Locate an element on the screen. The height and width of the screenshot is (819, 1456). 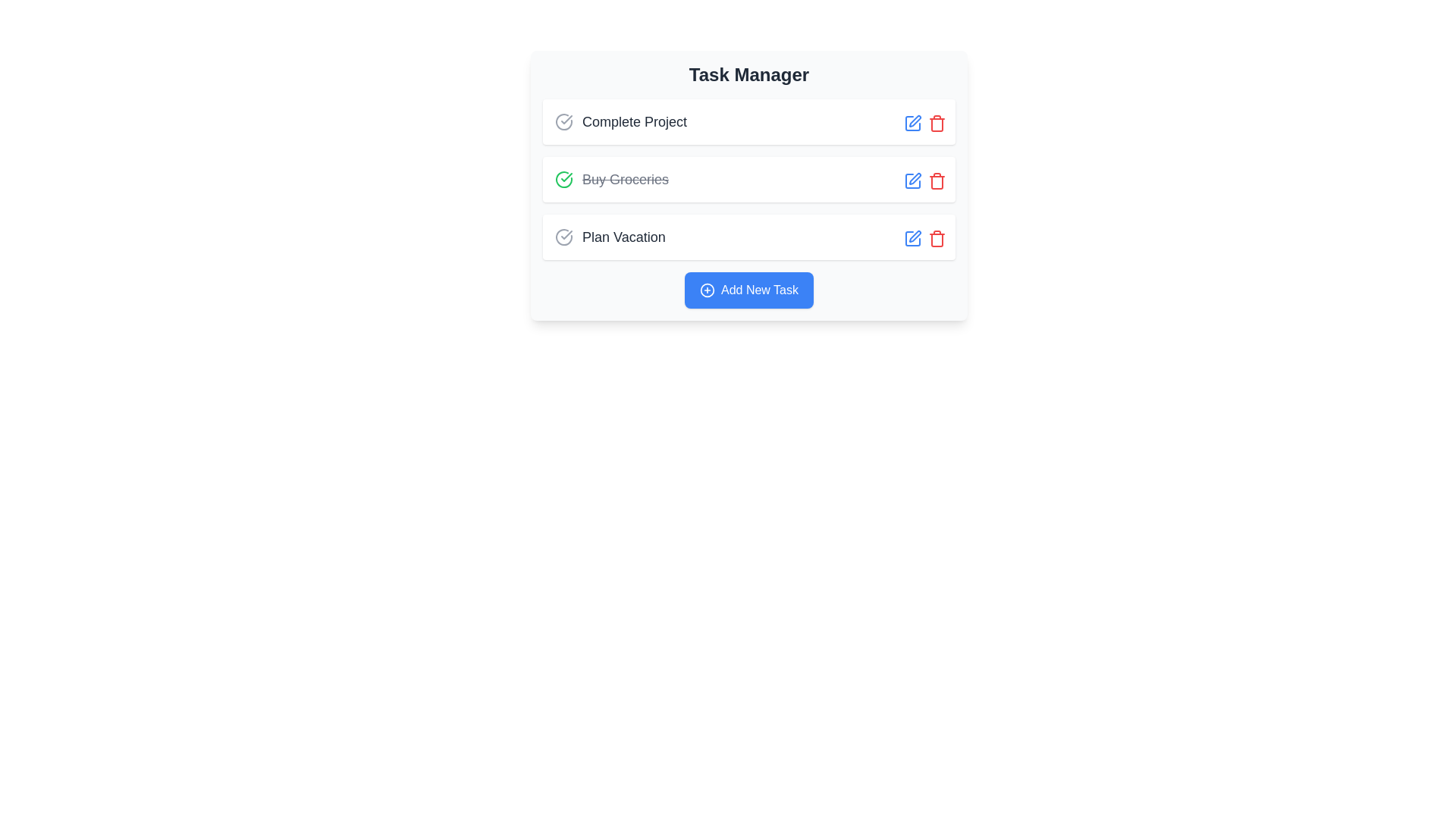
the blue pen icon in the action buttons row is located at coordinates (923, 121).